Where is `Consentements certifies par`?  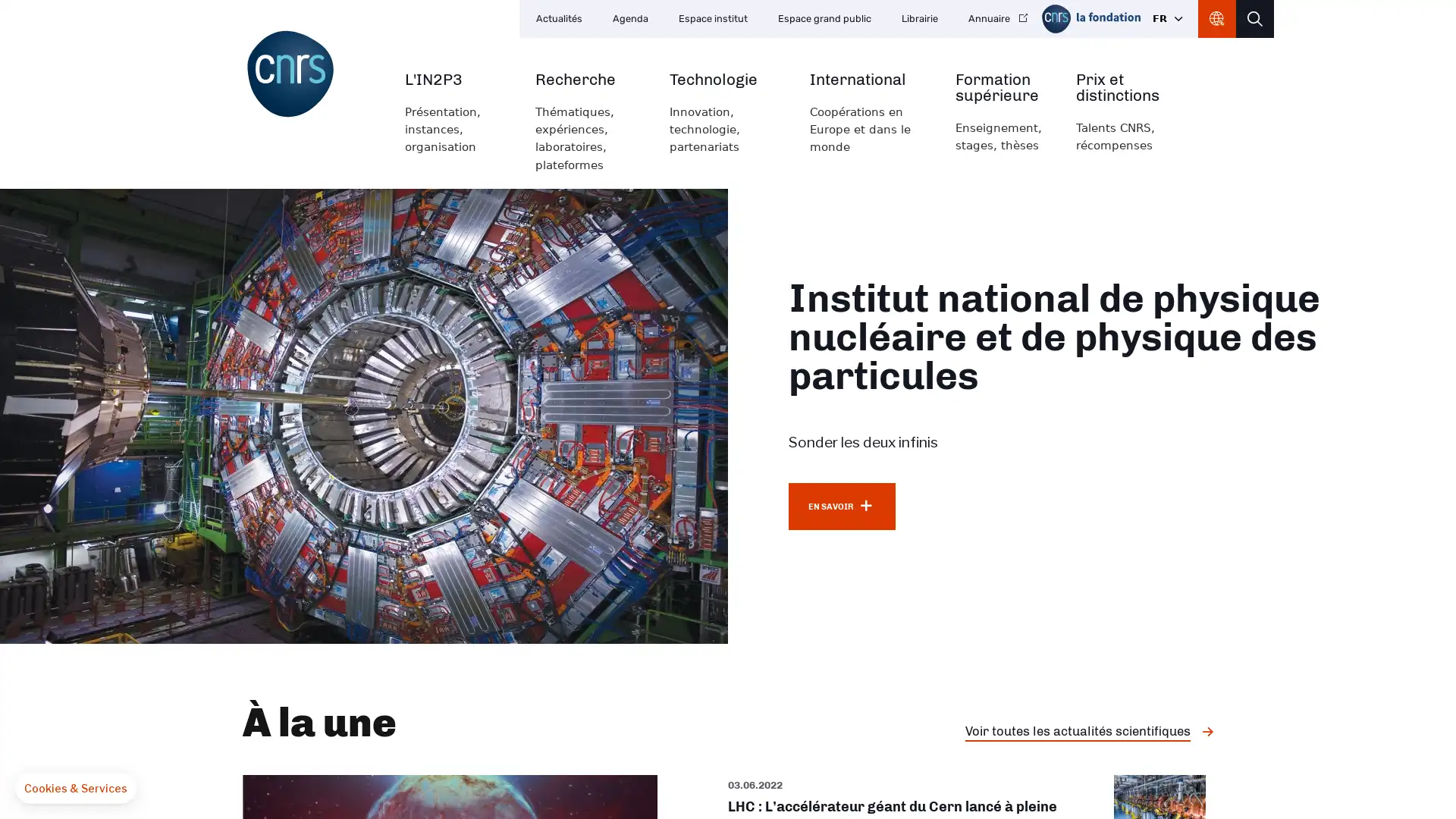 Consentements certifies par is located at coordinates (174, 716).